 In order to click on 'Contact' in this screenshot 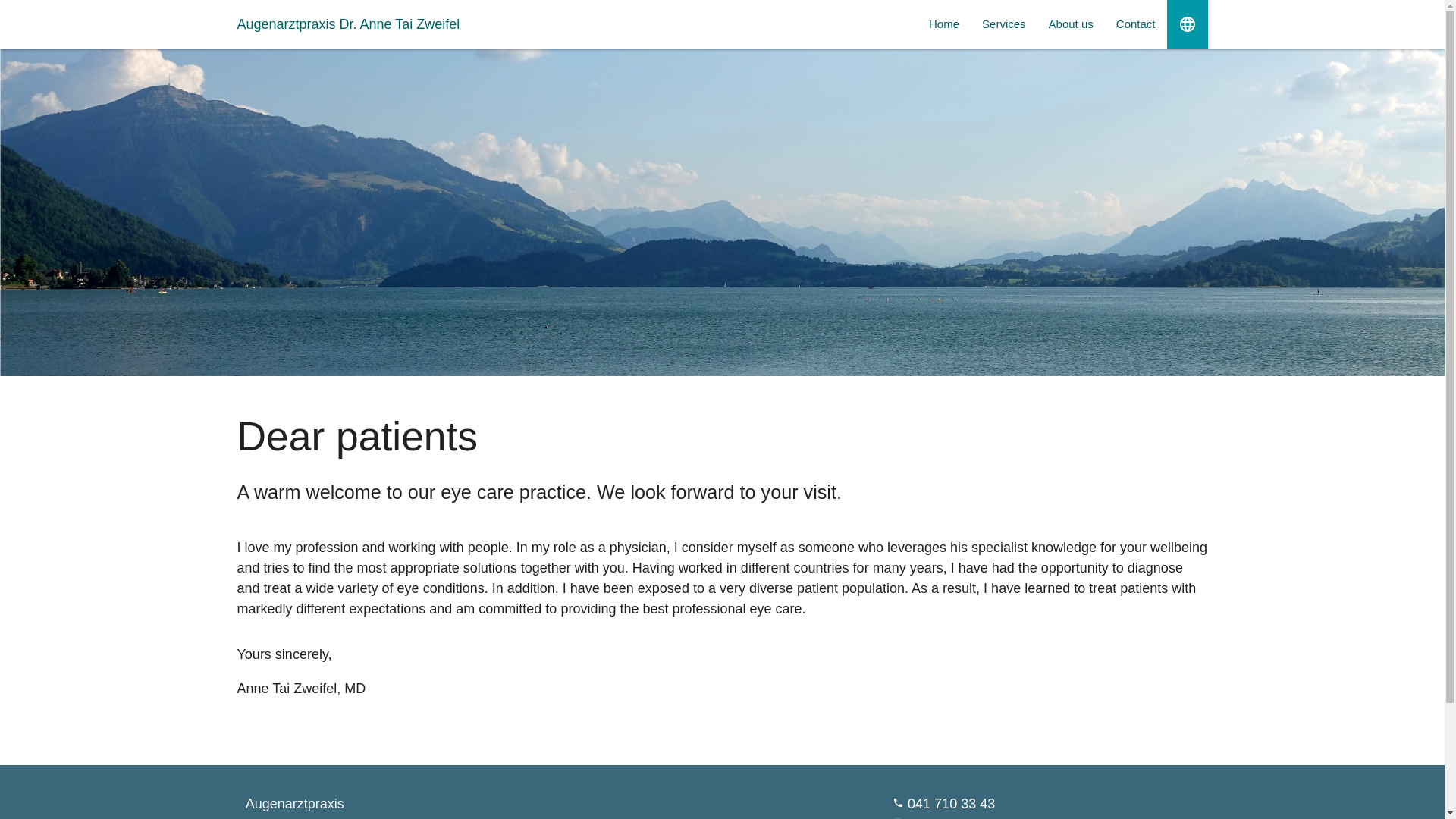, I will do `click(1105, 24)`.